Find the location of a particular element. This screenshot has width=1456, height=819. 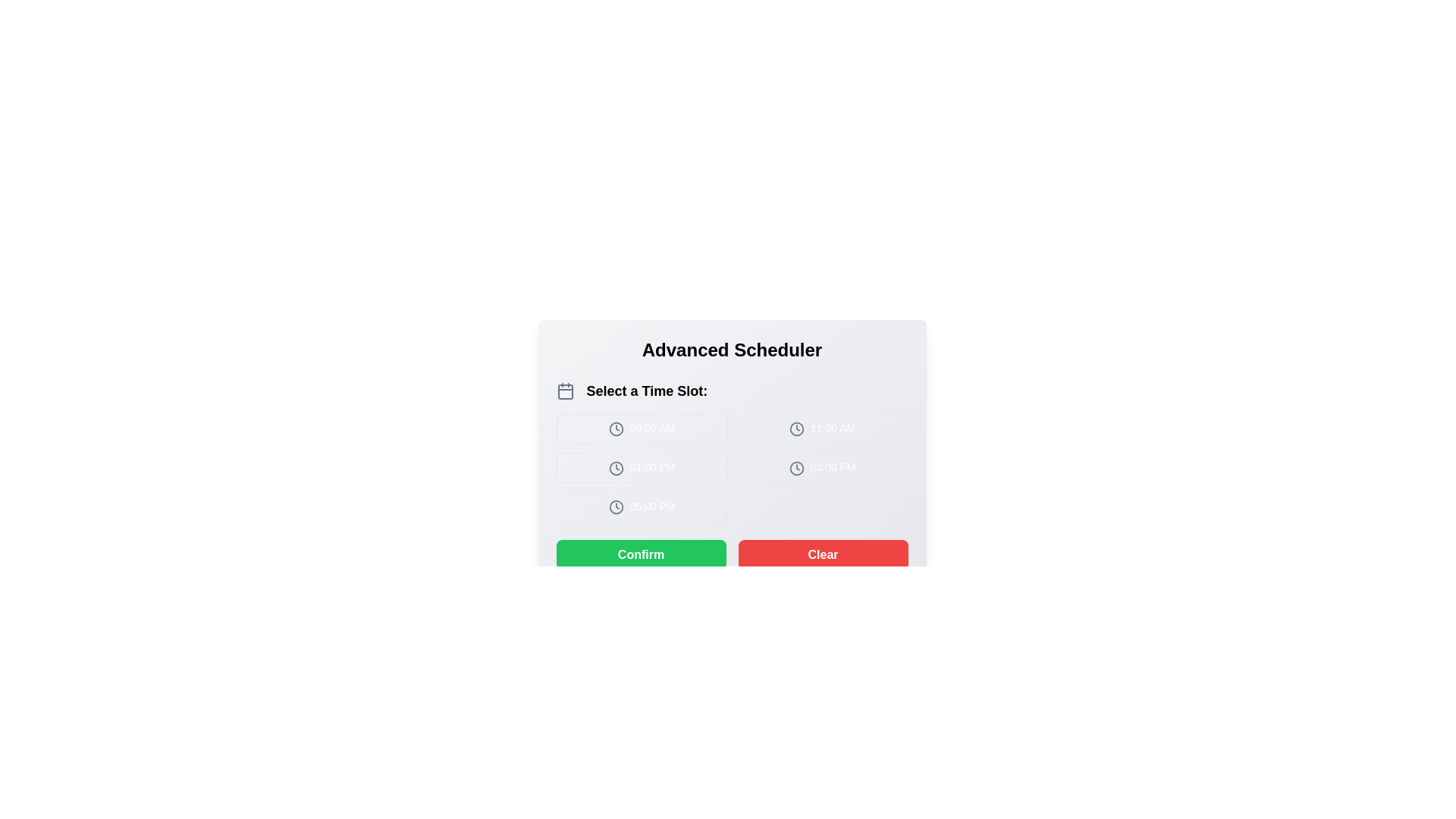

the '03:00 PM' time slot button using the keyboard for accessibility is located at coordinates (821, 467).